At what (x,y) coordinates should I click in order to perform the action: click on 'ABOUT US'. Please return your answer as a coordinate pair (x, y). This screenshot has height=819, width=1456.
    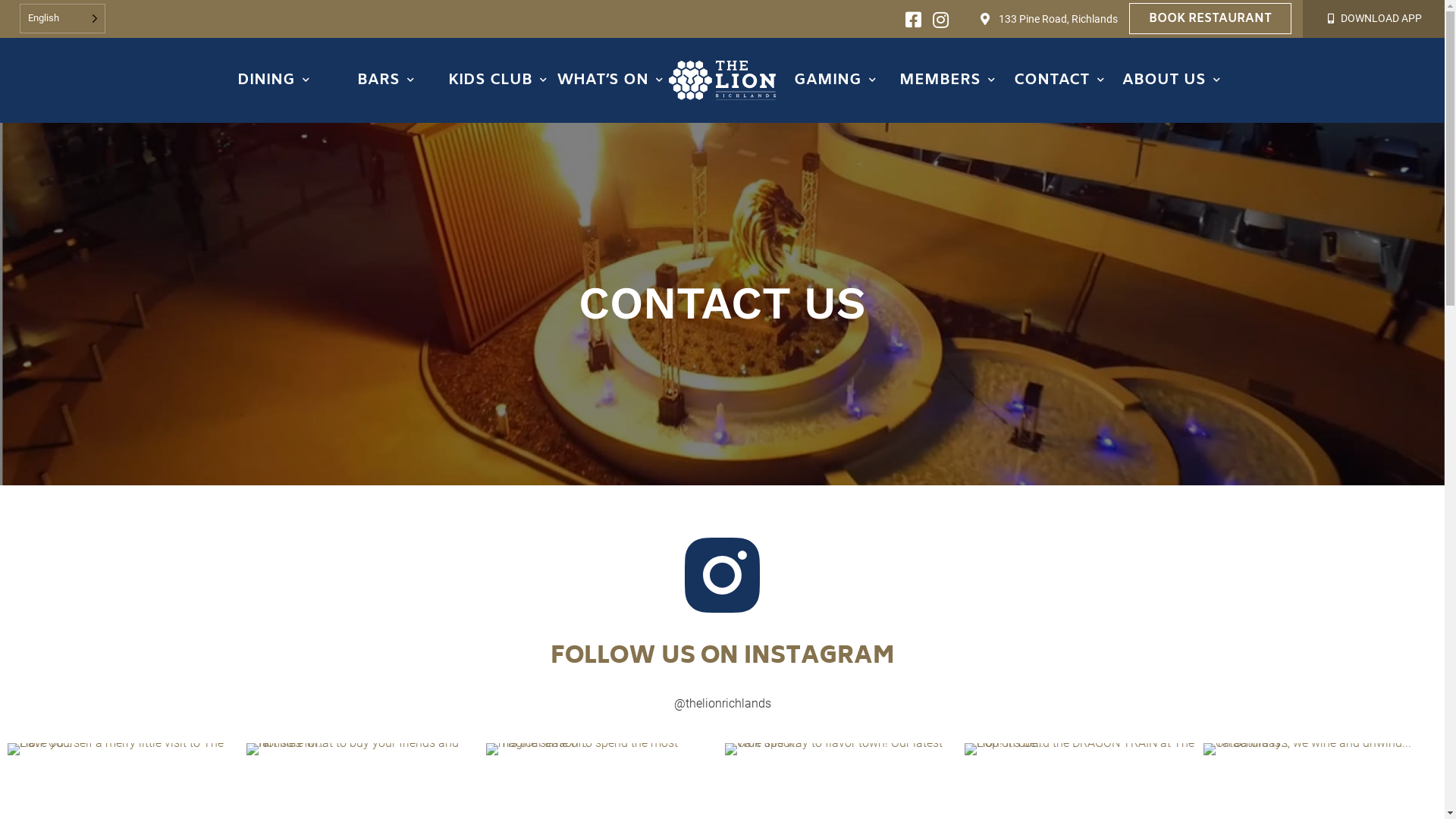
    Looking at the image, I should click on (1171, 80).